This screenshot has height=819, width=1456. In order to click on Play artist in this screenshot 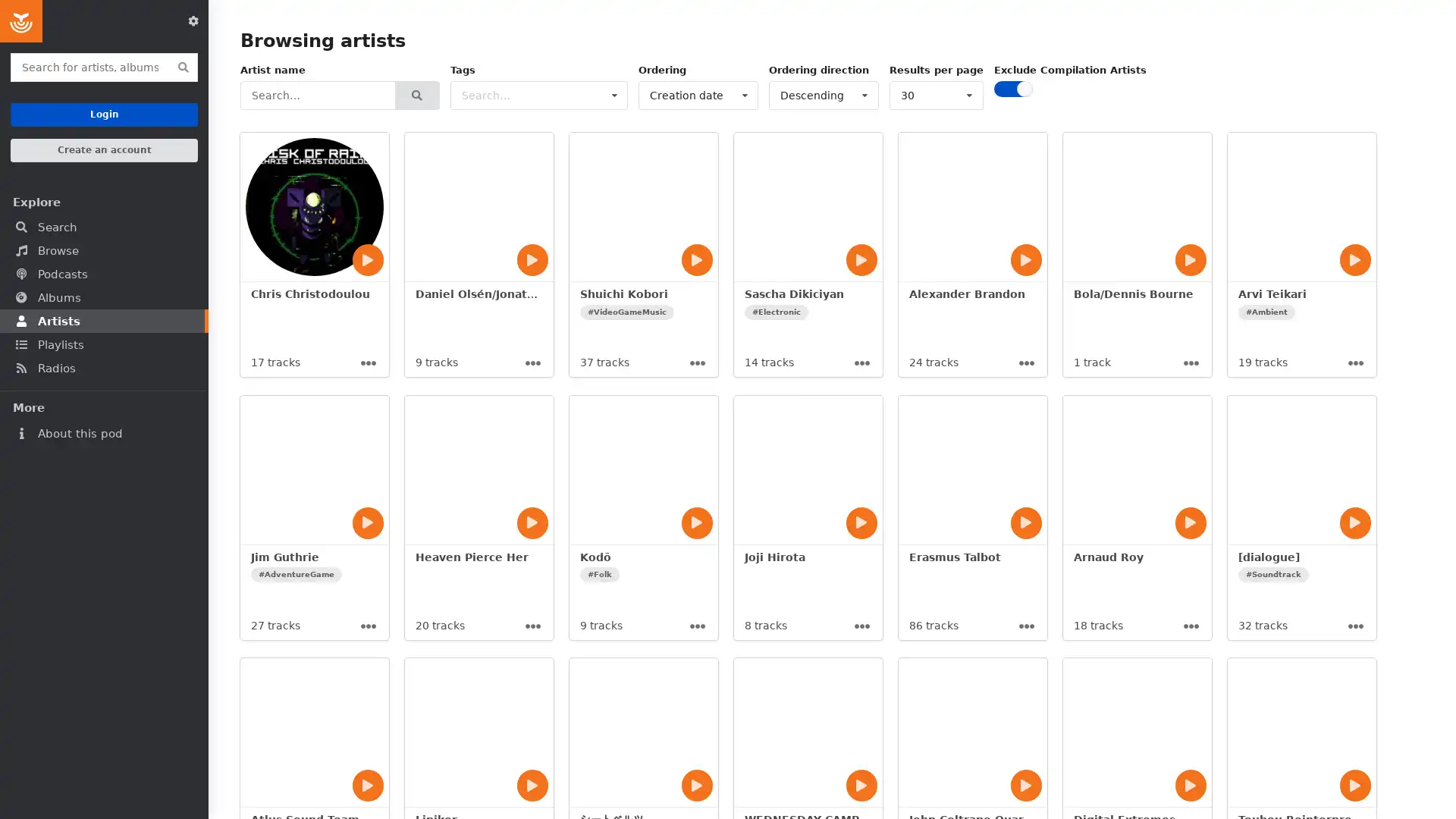, I will do `click(861, 522)`.